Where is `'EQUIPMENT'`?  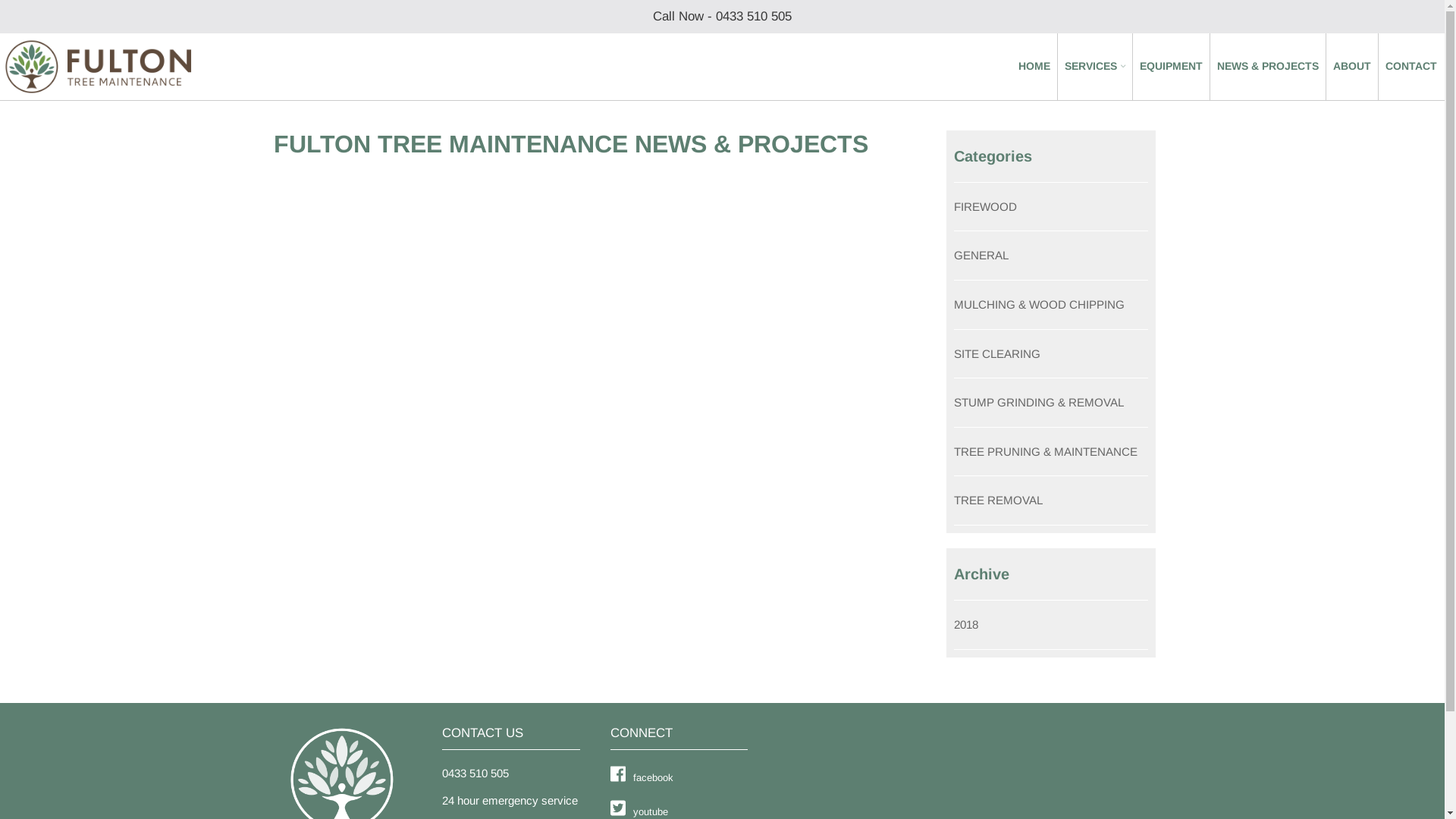
'EQUIPMENT' is located at coordinates (1170, 66).